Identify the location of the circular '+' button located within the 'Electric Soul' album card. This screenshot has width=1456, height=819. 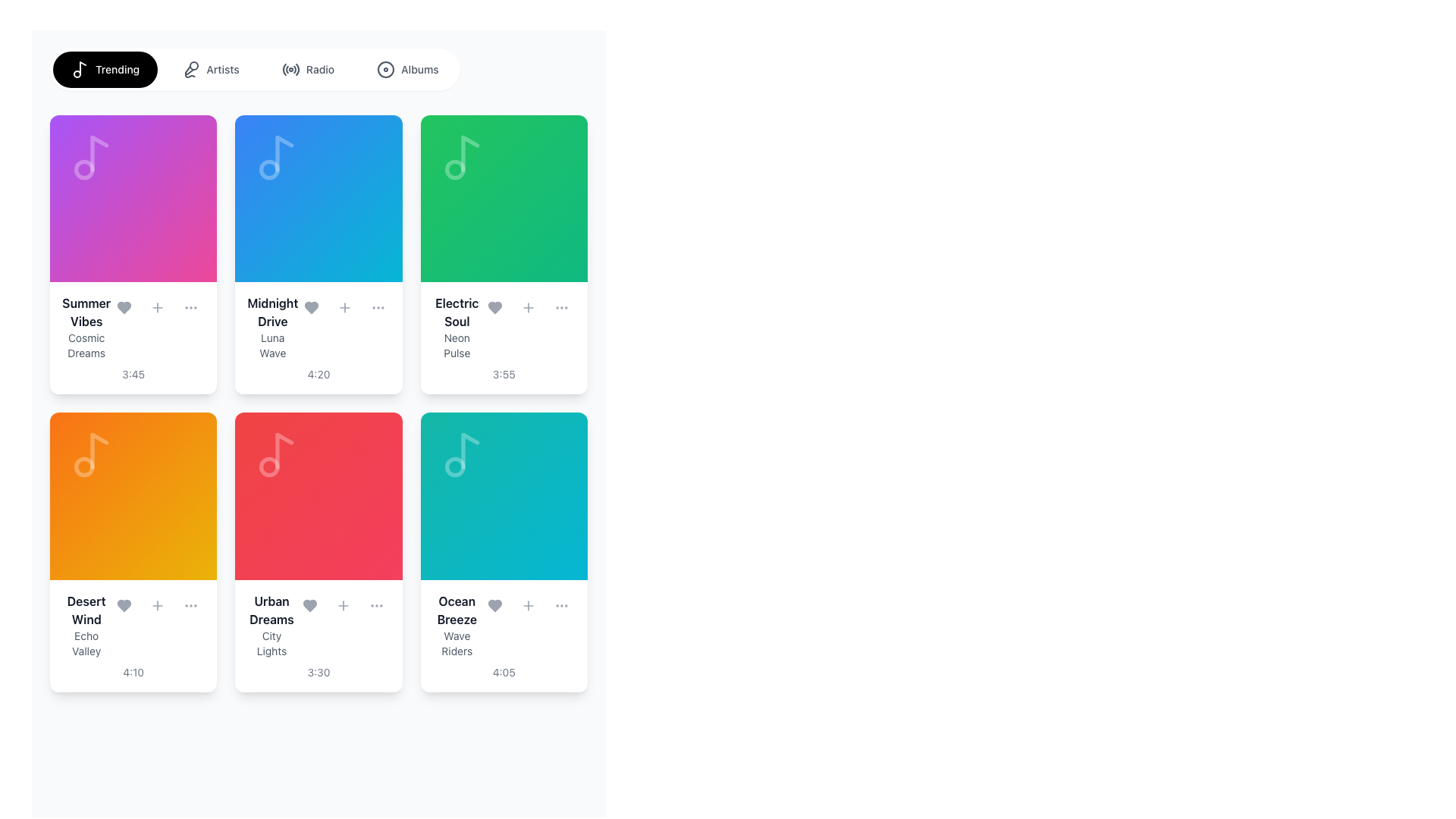
(528, 307).